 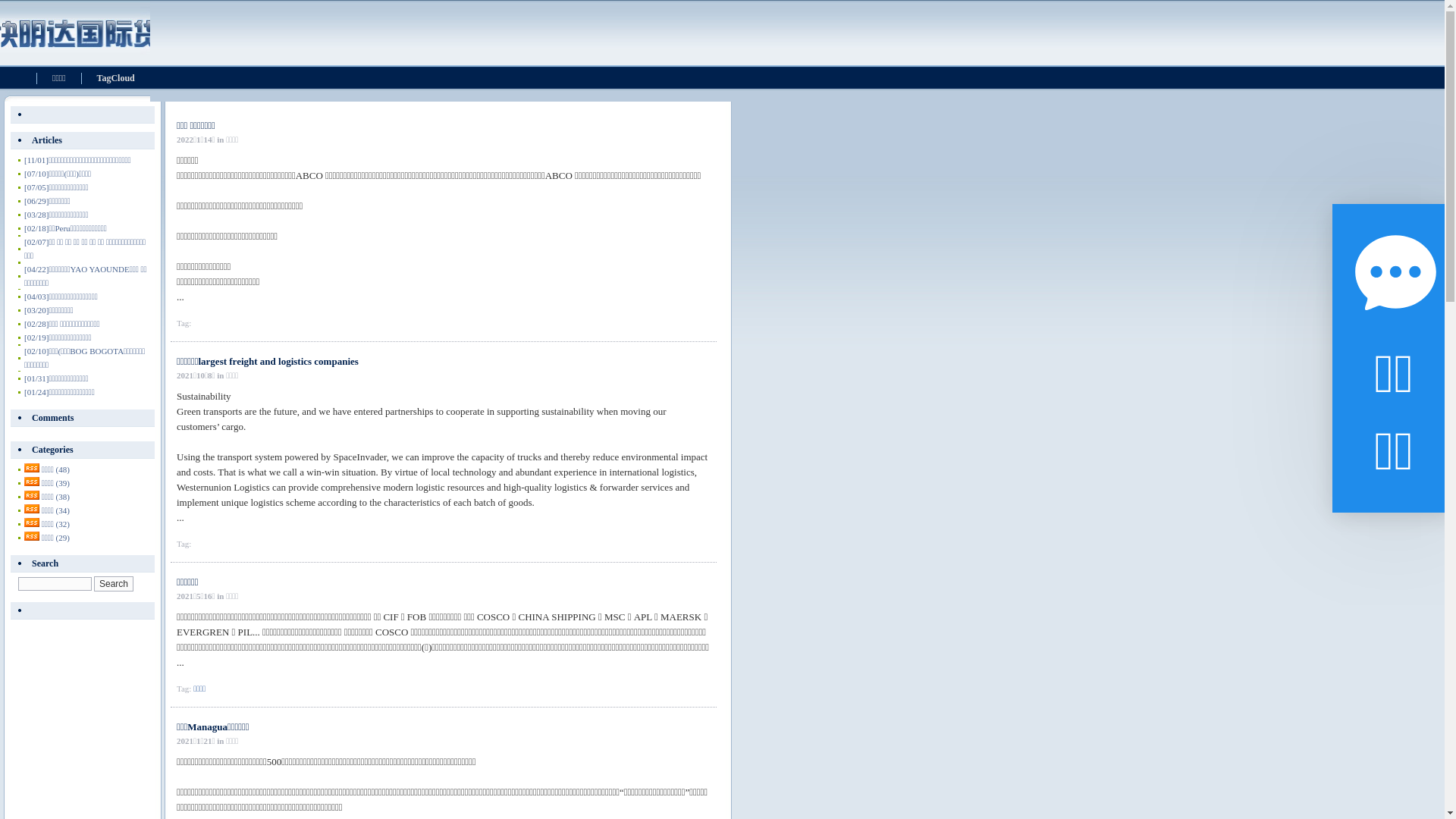 What do you see at coordinates (32, 522) in the screenshot?
I see `'rss'` at bounding box center [32, 522].